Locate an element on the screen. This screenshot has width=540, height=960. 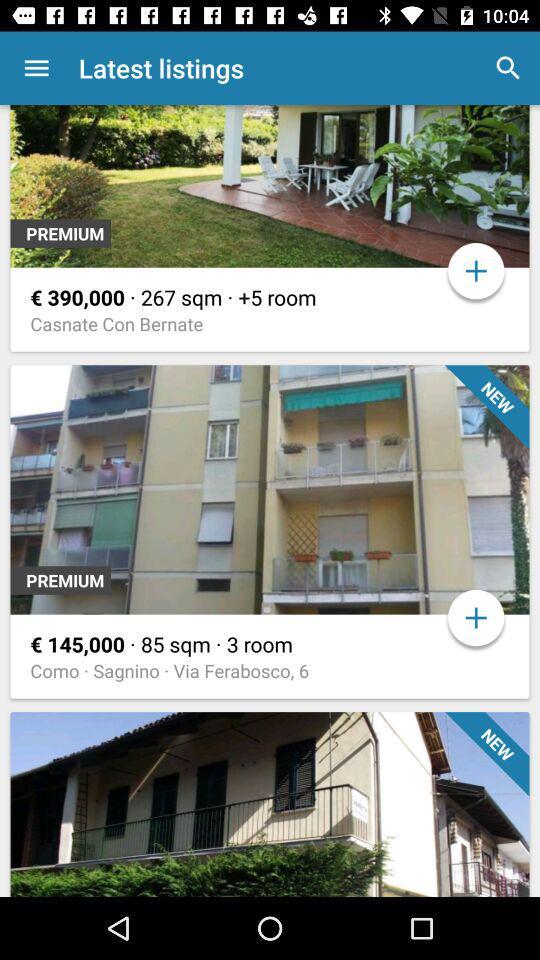
the app next to latest listings icon is located at coordinates (508, 68).